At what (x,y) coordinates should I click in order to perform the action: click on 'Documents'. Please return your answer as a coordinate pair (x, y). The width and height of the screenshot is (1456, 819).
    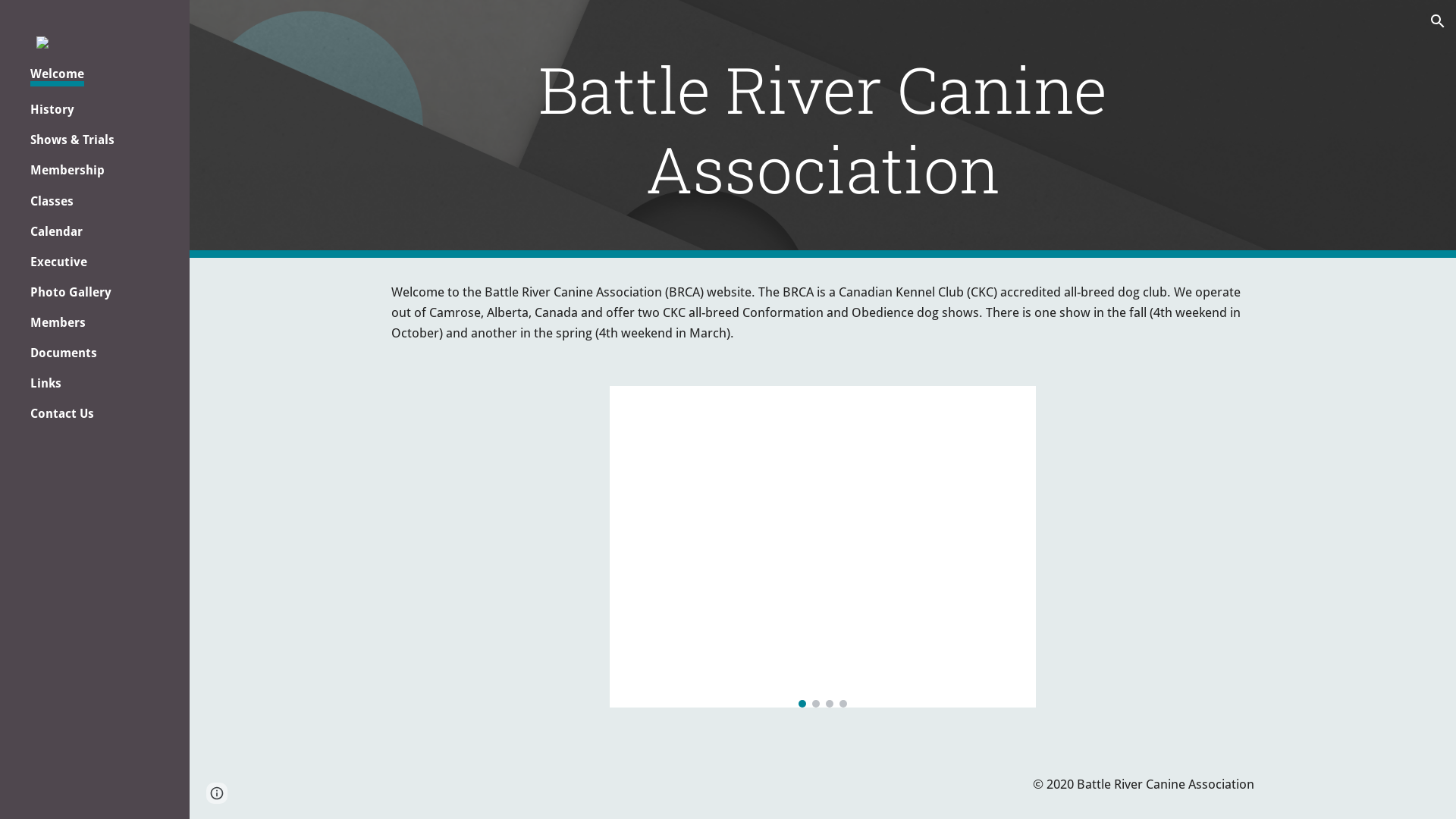
    Looking at the image, I should click on (62, 353).